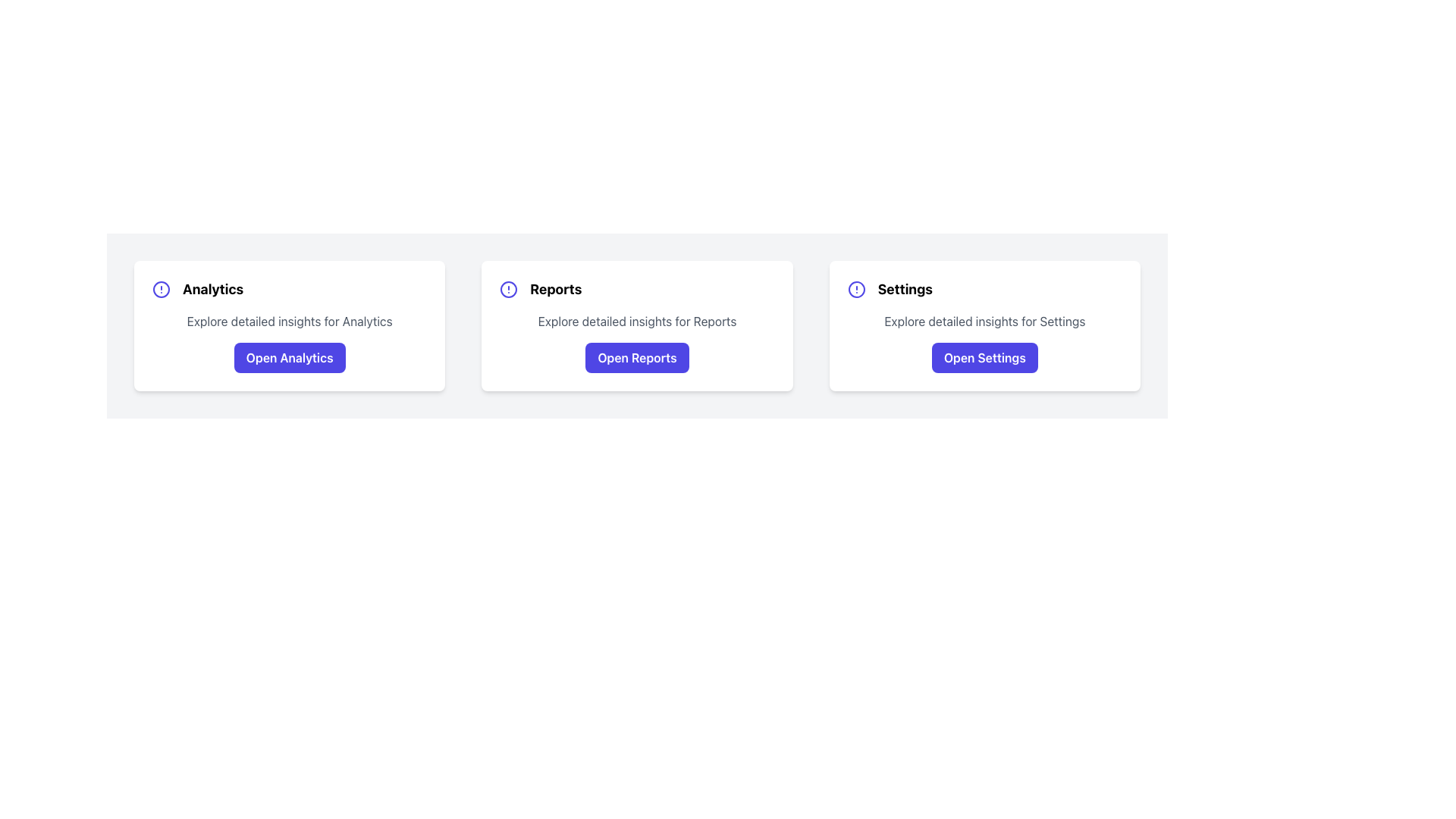  What do you see at coordinates (905, 289) in the screenshot?
I see `the Static Text element located in the 'Settings' section, which serves as a title or heading, positioned to the right of a circular icon` at bounding box center [905, 289].